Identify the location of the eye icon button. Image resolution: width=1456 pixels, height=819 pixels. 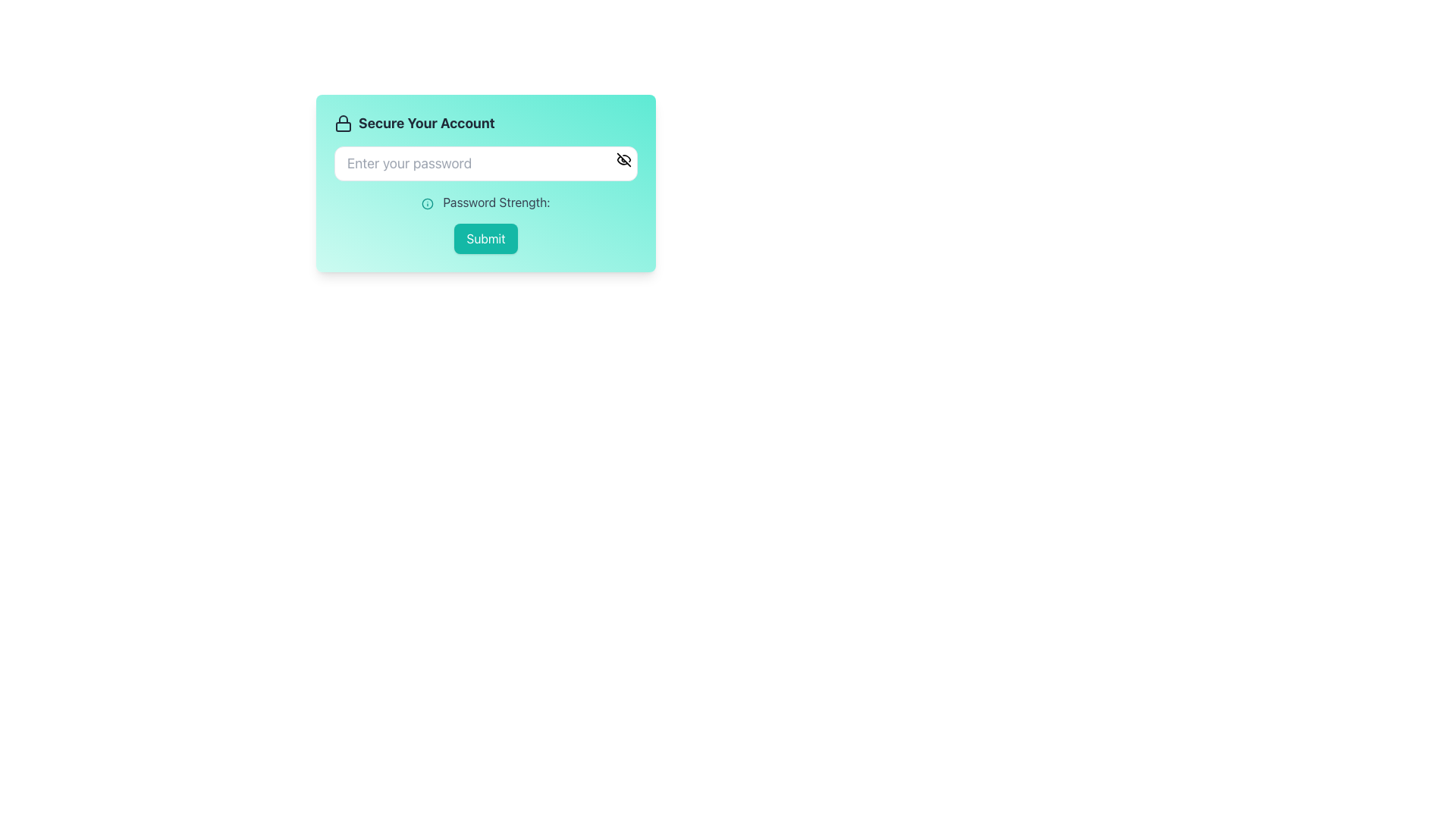
(623, 160).